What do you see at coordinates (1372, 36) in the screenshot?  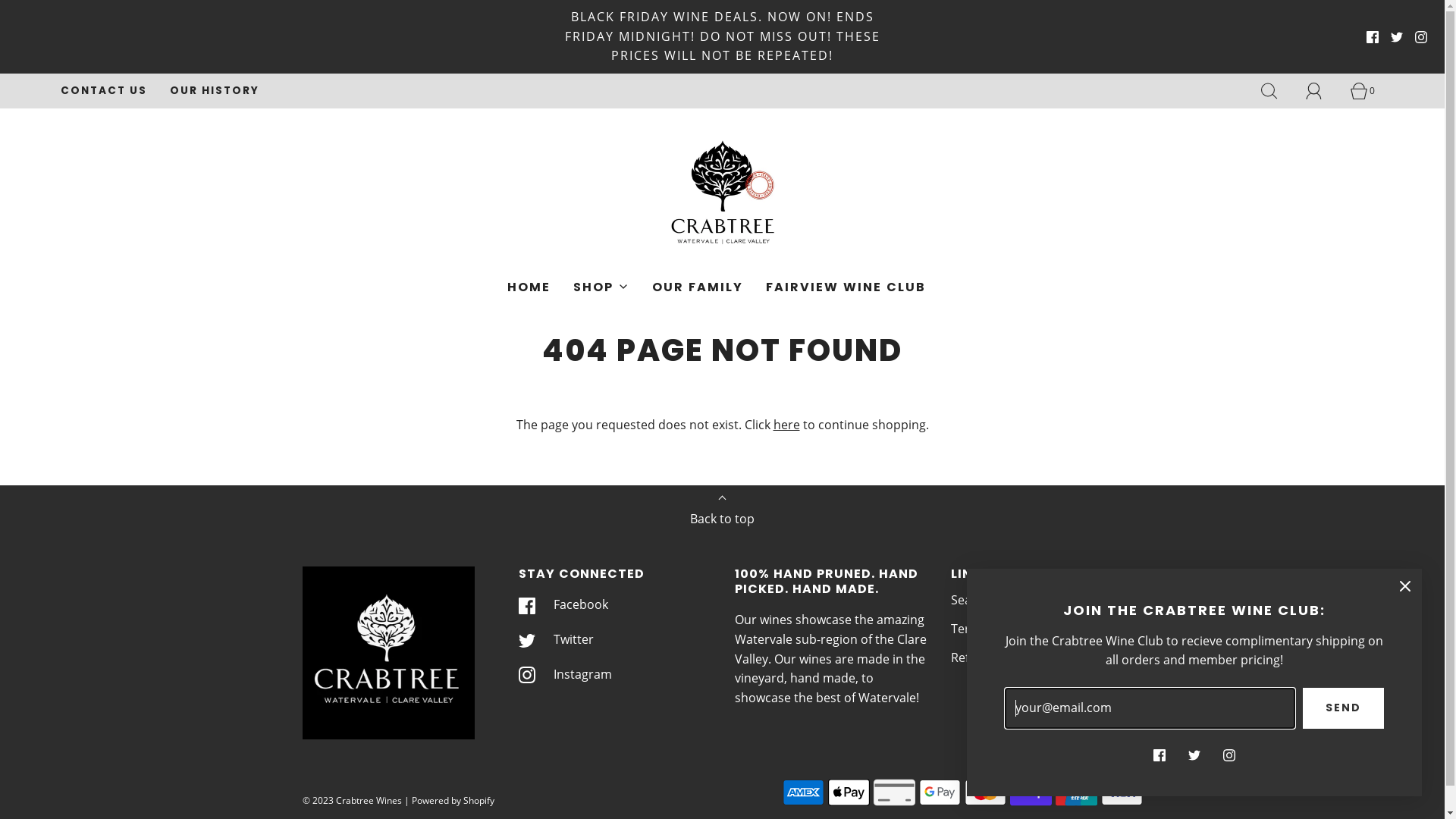 I see `'FACEBOOK ICON'` at bounding box center [1372, 36].